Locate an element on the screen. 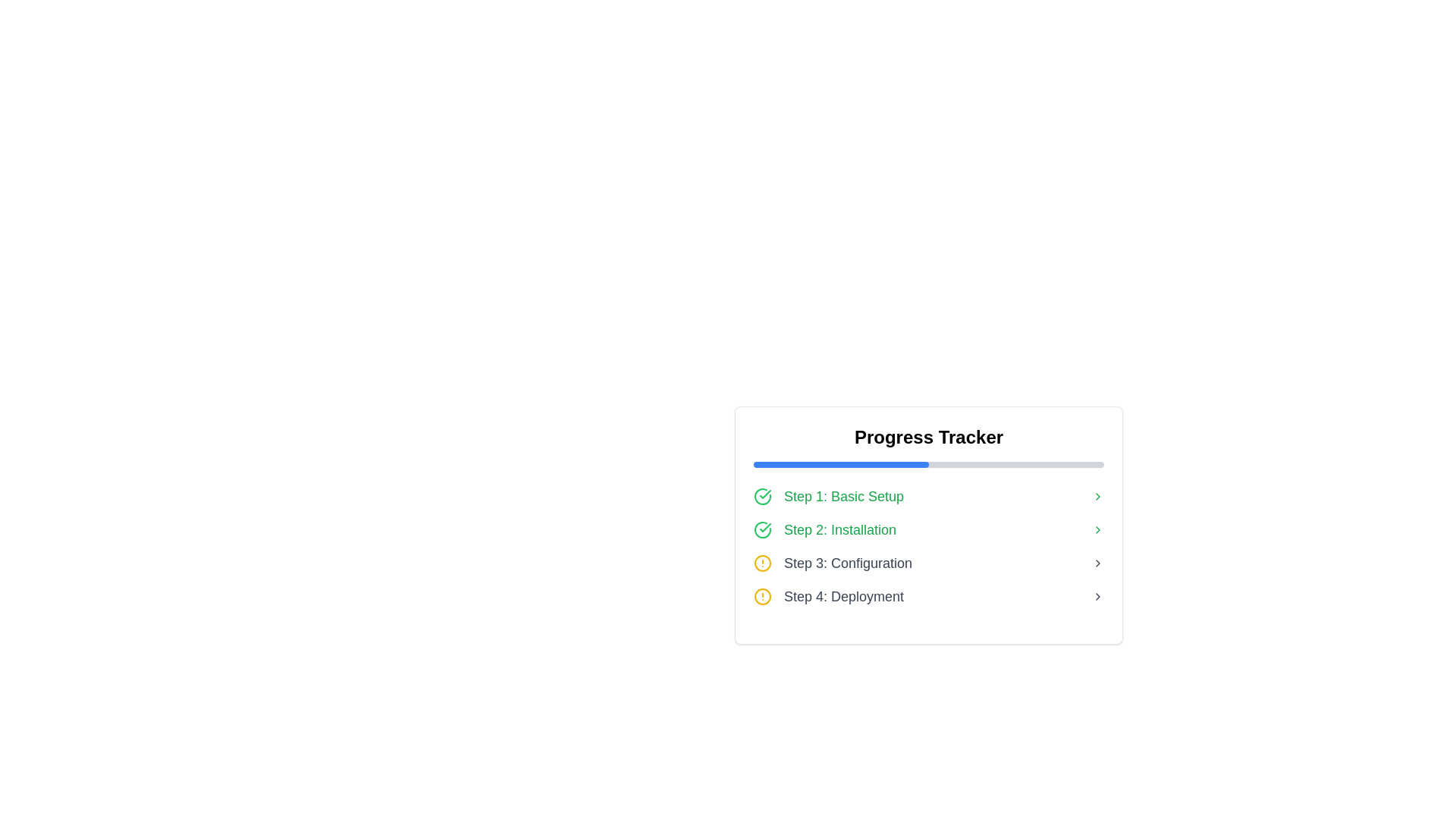  the filled circle icon located on the left side of the 'Step 3: Configuration' in the Progress Tracker component is located at coordinates (763, 563).